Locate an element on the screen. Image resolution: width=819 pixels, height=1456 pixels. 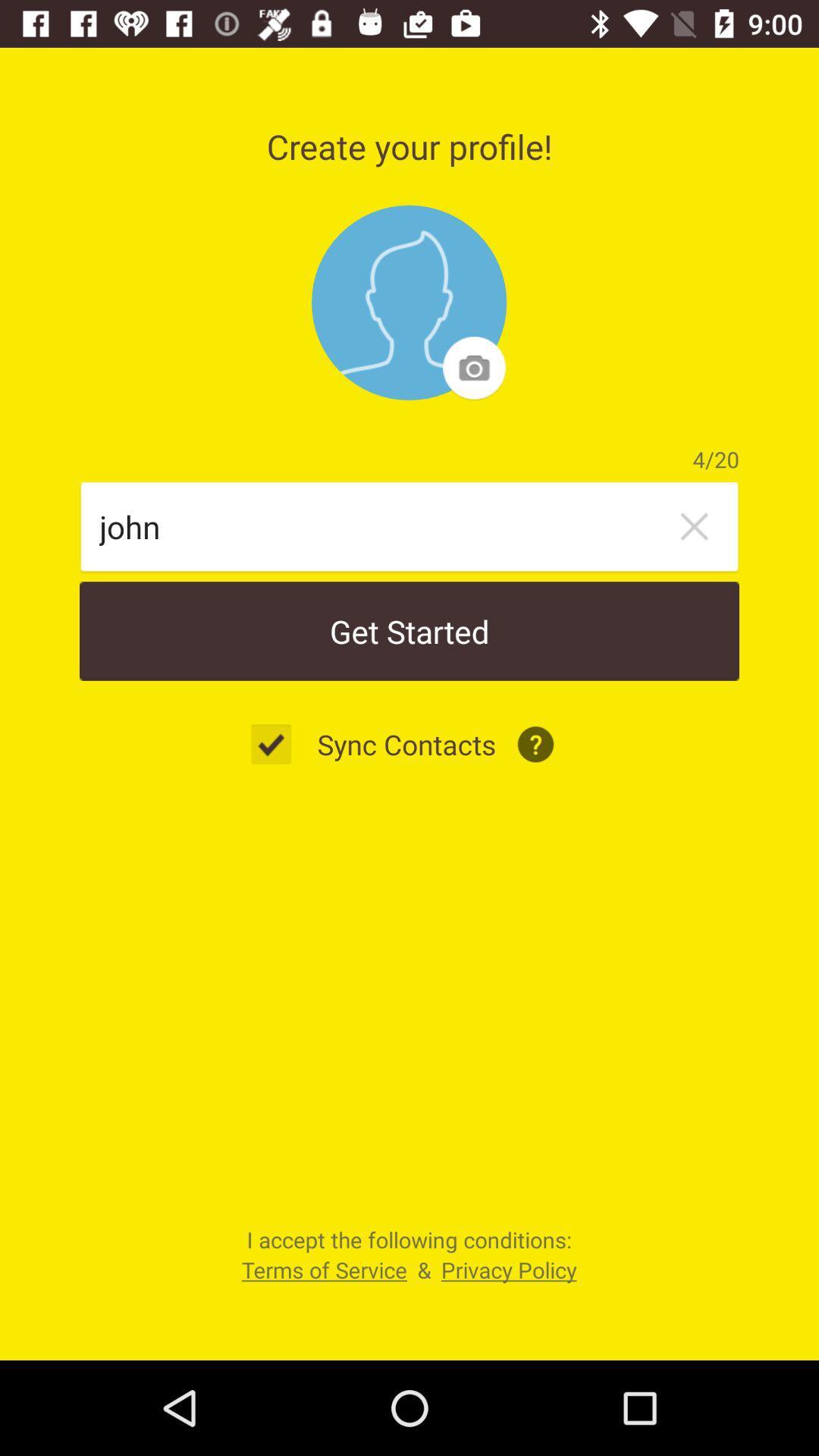
item next to the & item is located at coordinates (323, 1269).